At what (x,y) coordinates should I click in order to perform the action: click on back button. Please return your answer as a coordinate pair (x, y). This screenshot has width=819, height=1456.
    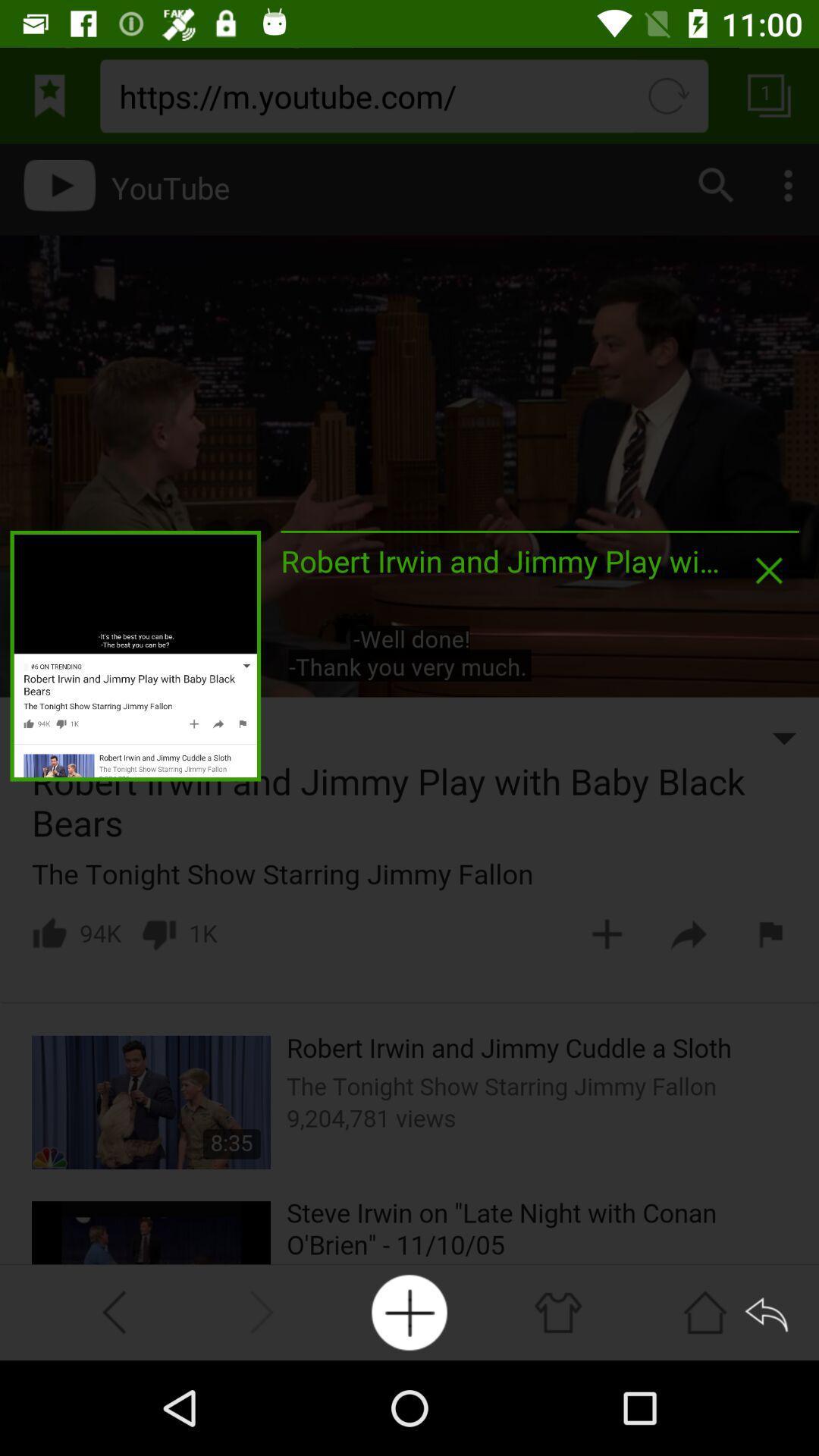
    Looking at the image, I should click on (769, 1311).